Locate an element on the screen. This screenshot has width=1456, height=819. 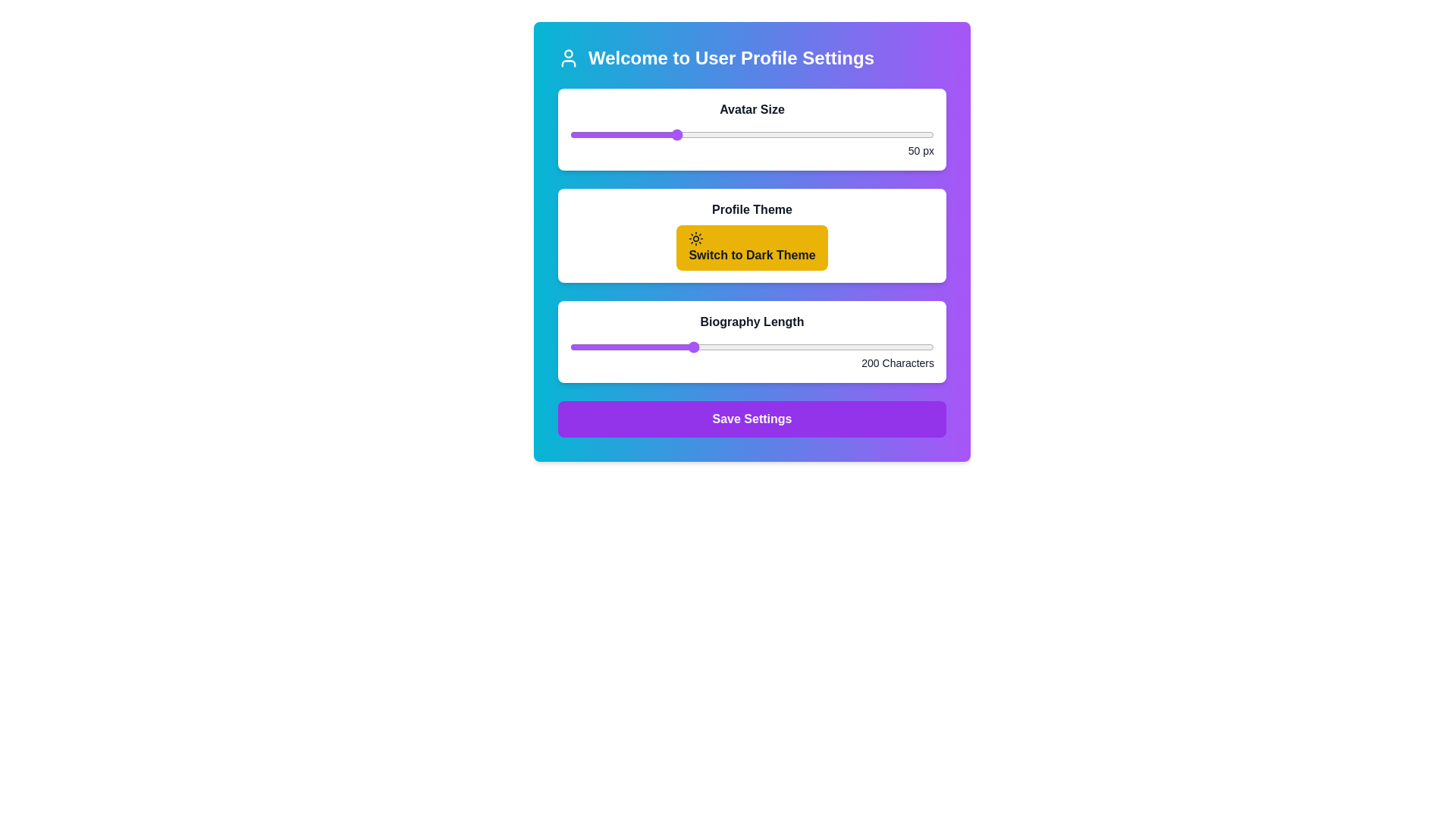
the biography length is located at coordinates (643, 347).